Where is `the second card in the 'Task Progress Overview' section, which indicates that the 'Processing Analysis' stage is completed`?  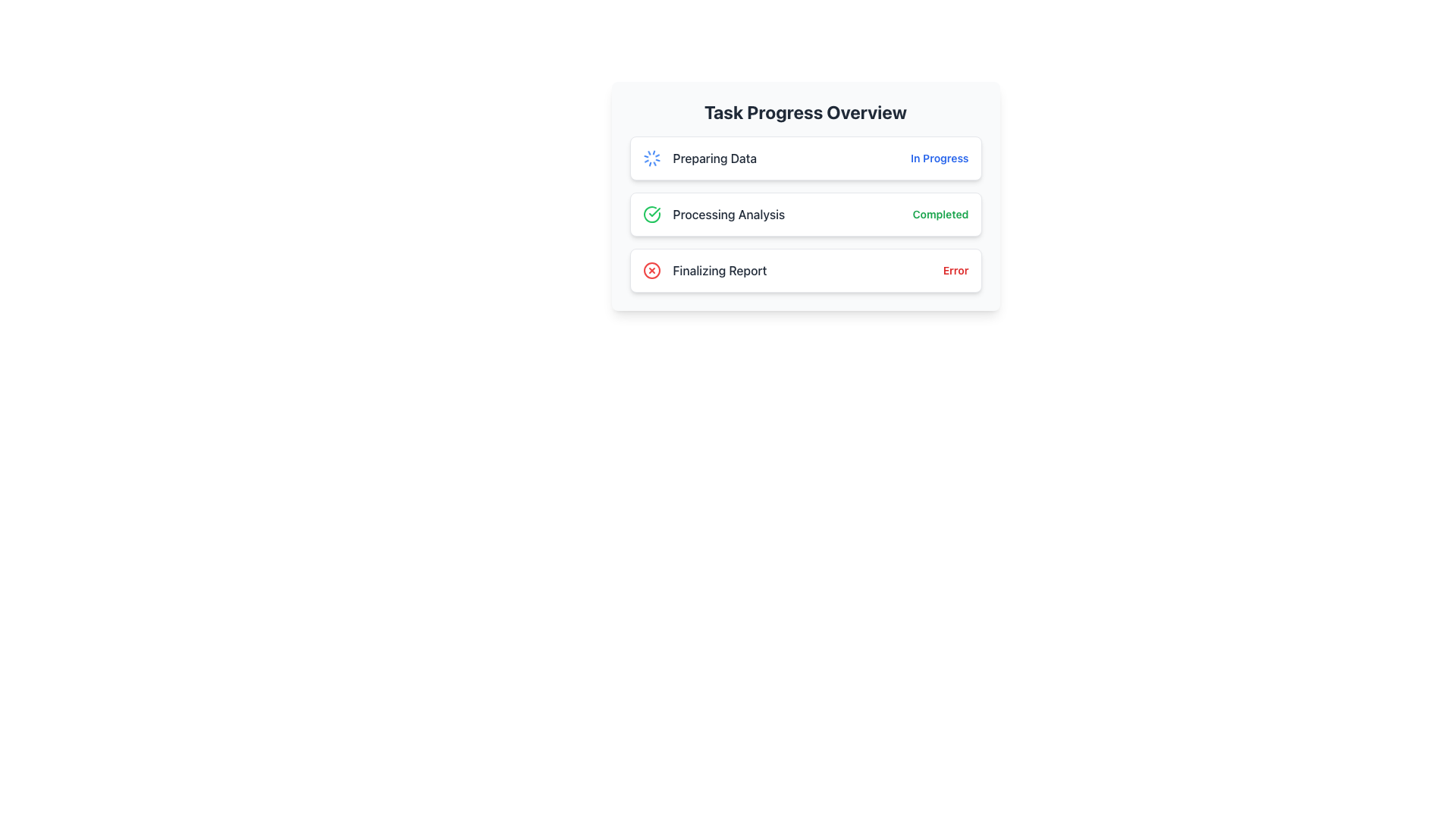 the second card in the 'Task Progress Overview' section, which indicates that the 'Processing Analysis' stage is completed is located at coordinates (805, 195).